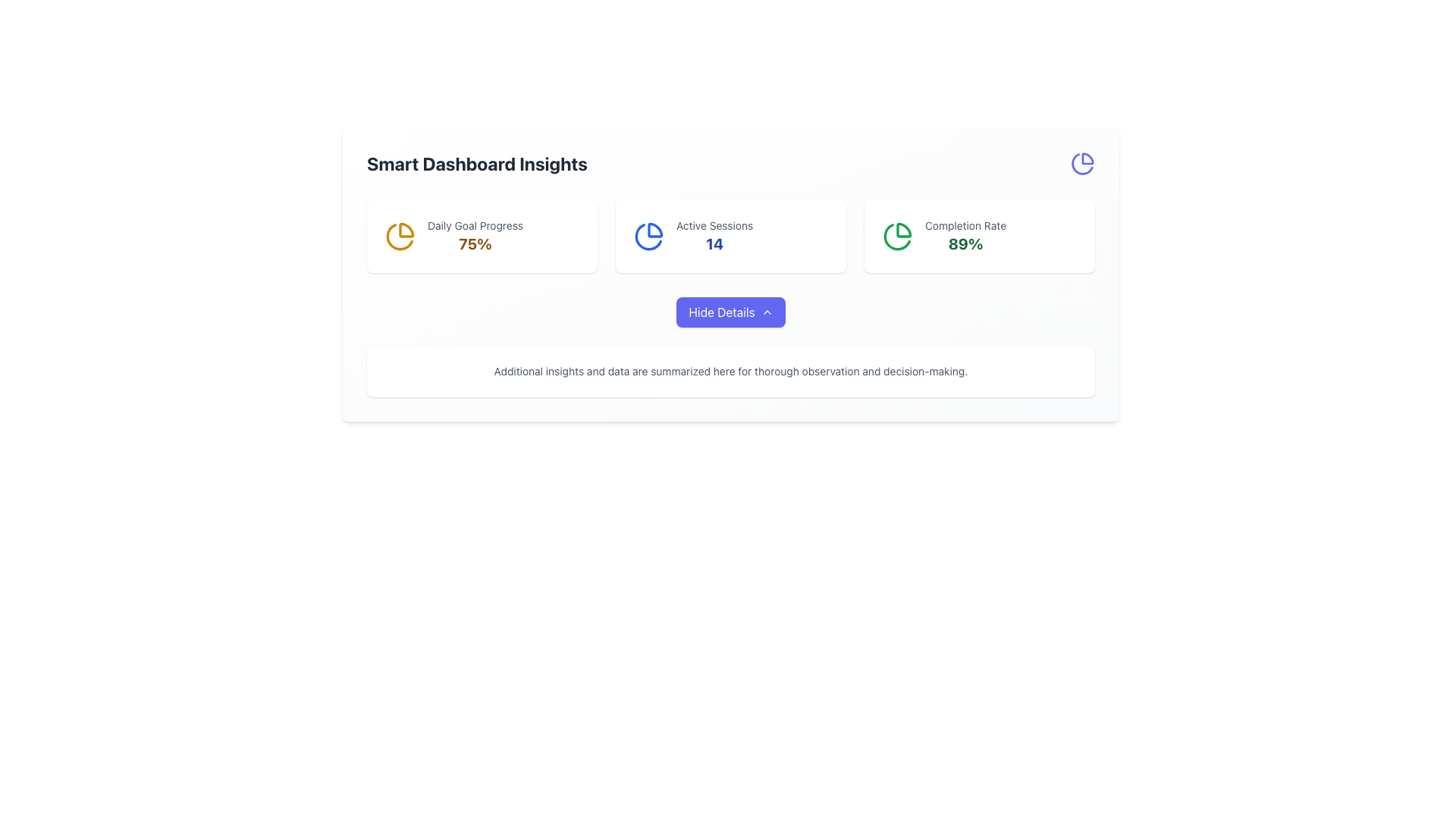 Image resolution: width=1456 pixels, height=819 pixels. What do you see at coordinates (648, 237) in the screenshot?
I see `the icon representing 'Active Sessions', which is centrally located on the dashboard above the 'Active Sessions' label` at bounding box center [648, 237].